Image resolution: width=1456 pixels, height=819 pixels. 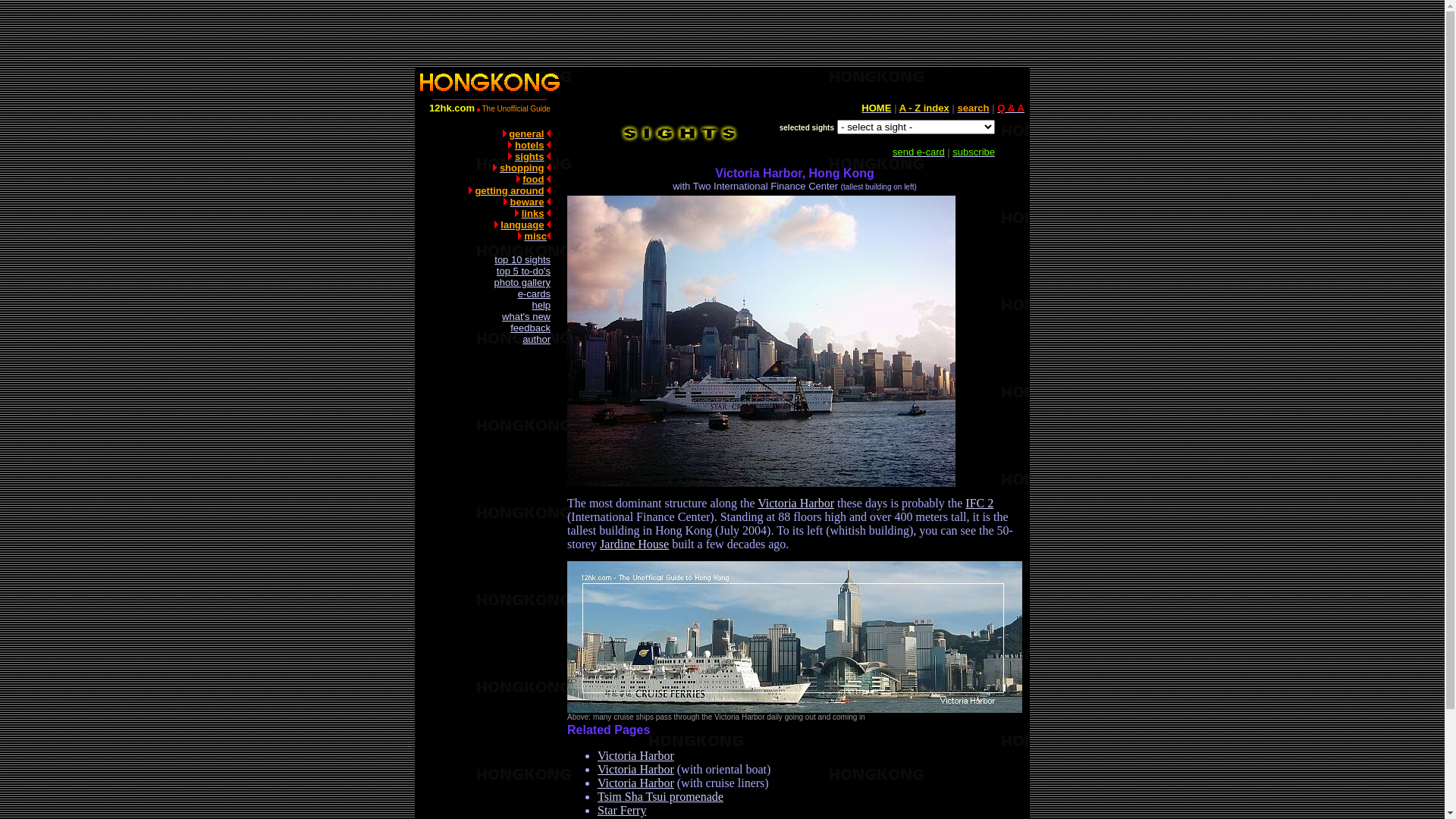 I want to click on 'search', so click(x=973, y=107).